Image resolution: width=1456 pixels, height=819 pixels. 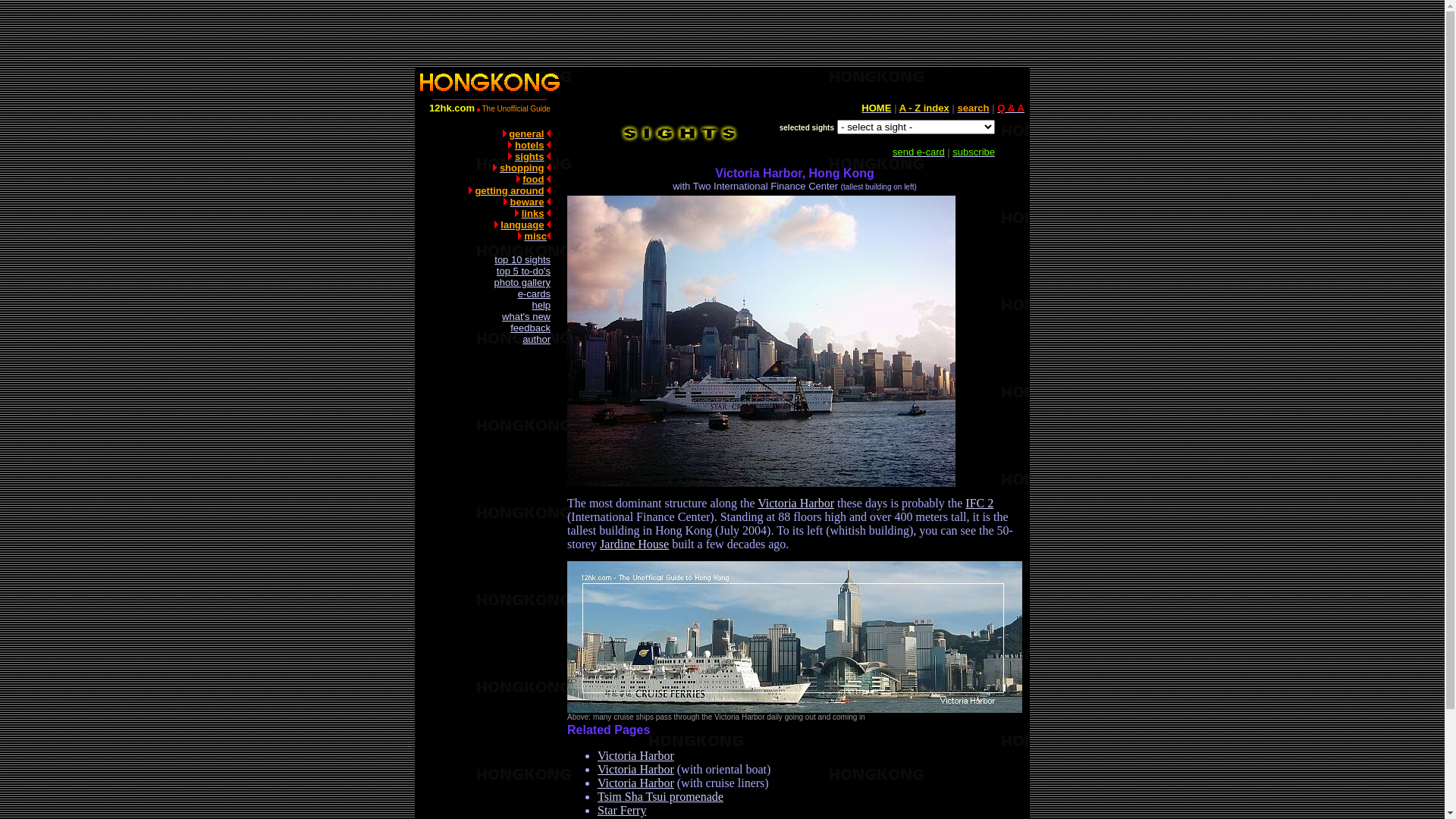 I want to click on 'search', so click(x=973, y=107).